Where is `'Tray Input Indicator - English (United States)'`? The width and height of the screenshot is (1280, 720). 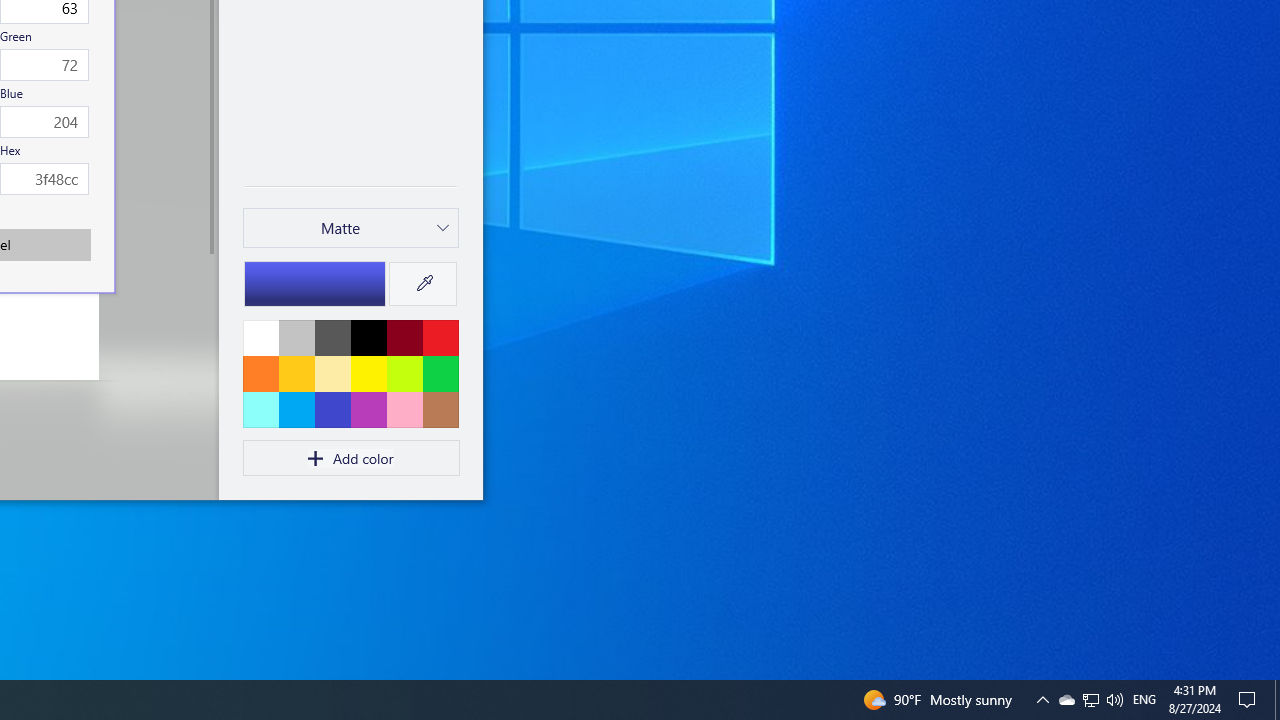
'Tray Input Indicator - English (United States)' is located at coordinates (1089, 698).